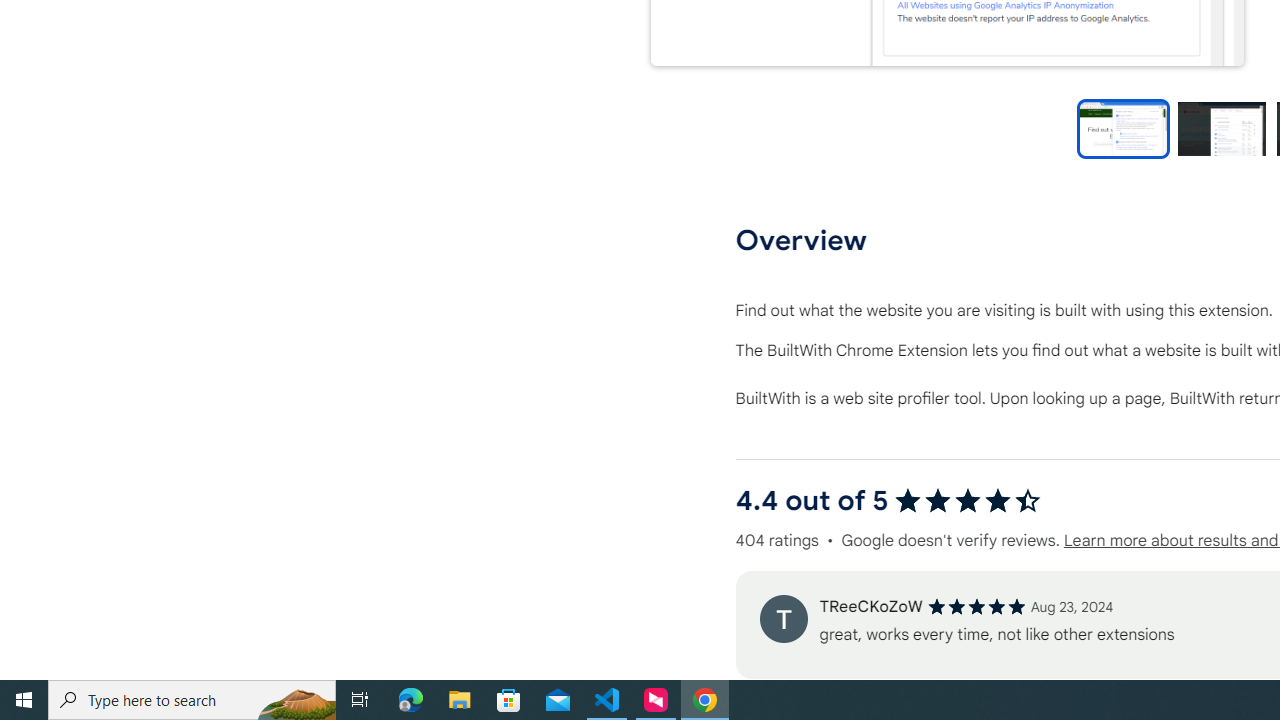 Image resolution: width=1280 pixels, height=720 pixels. Describe the element at coordinates (410, 698) in the screenshot. I see `'Microsoft Edge'` at that location.